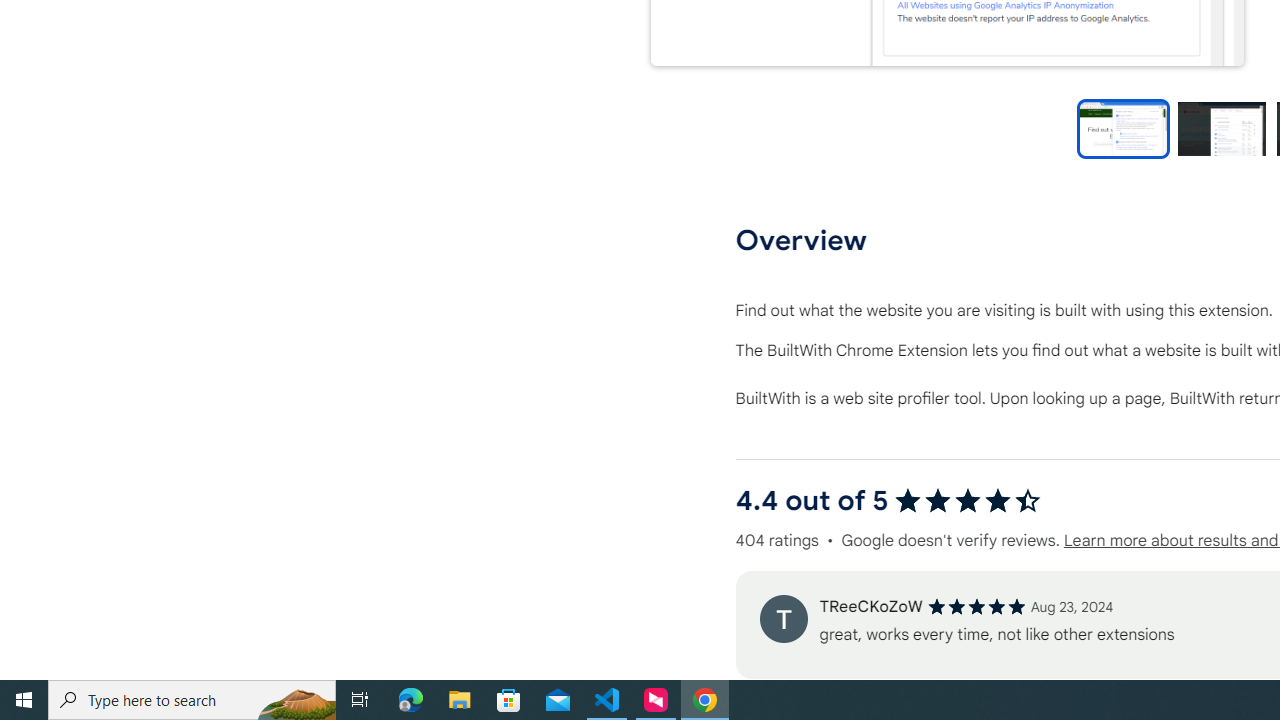 Image resolution: width=1280 pixels, height=720 pixels. Describe the element at coordinates (410, 698) in the screenshot. I see `'Microsoft Edge'` at that location.